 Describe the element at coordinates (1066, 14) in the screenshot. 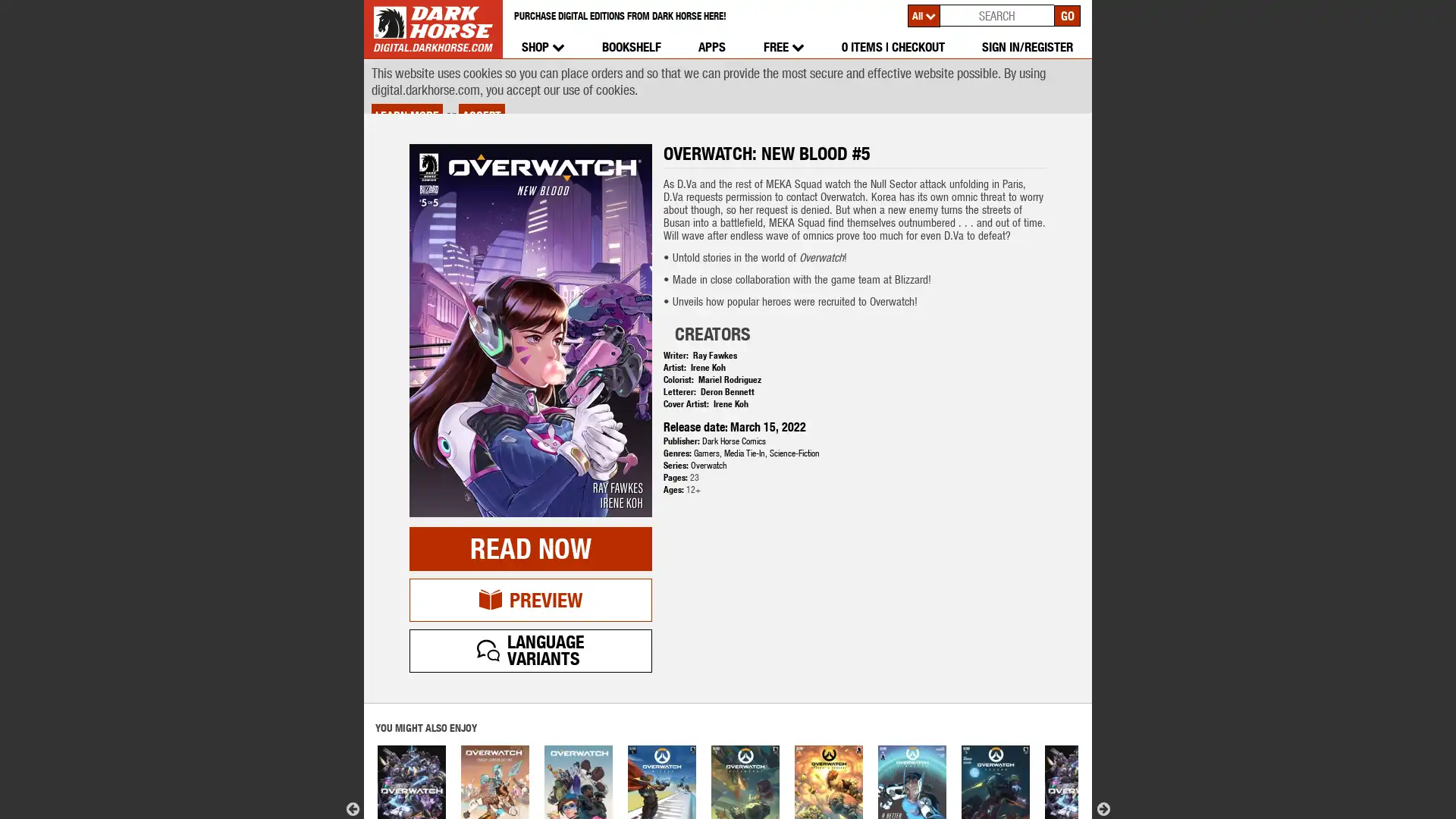

I see `GO` at that location.